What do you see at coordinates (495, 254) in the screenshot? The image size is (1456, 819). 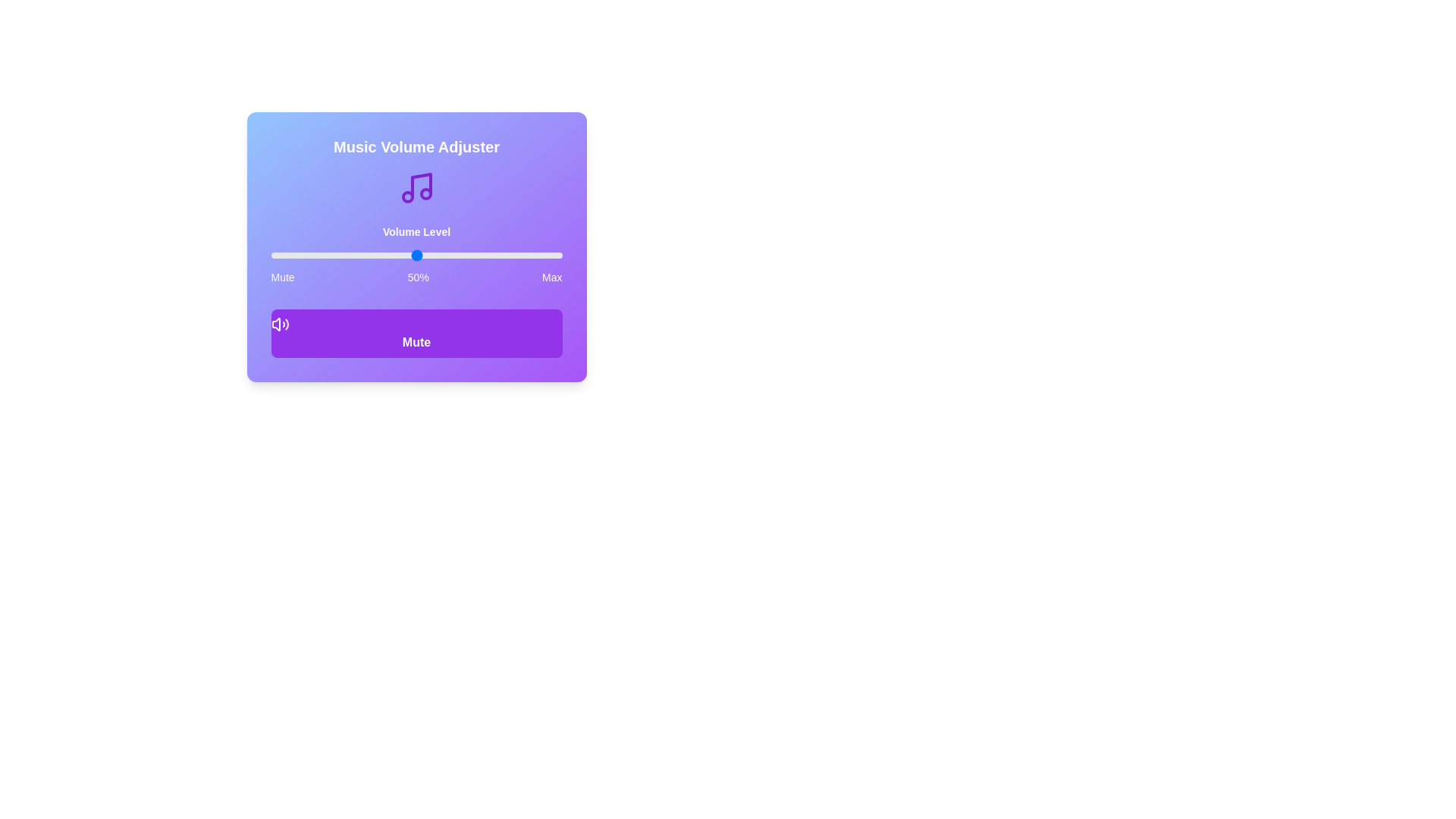 I see `the volume slider to set the volume to 77%` at bounding box center [495, 254].